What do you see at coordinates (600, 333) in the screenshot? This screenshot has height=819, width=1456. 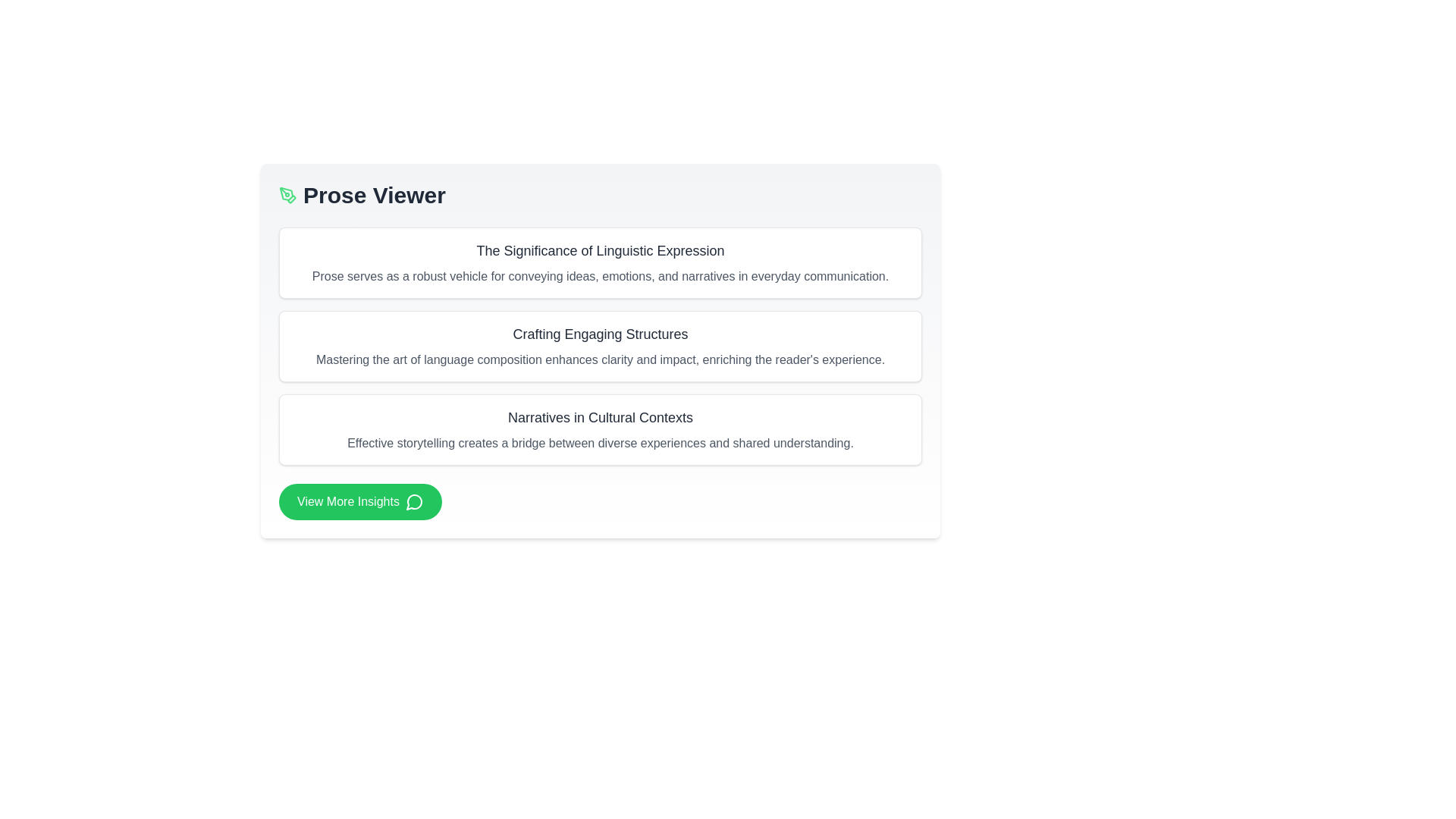 I see `the Text header that reads 'Crafting Engaging Structures', which is styled in a larger bold dark-gray font and located at the top of a white card-like section` at bounding box center [600, 333].